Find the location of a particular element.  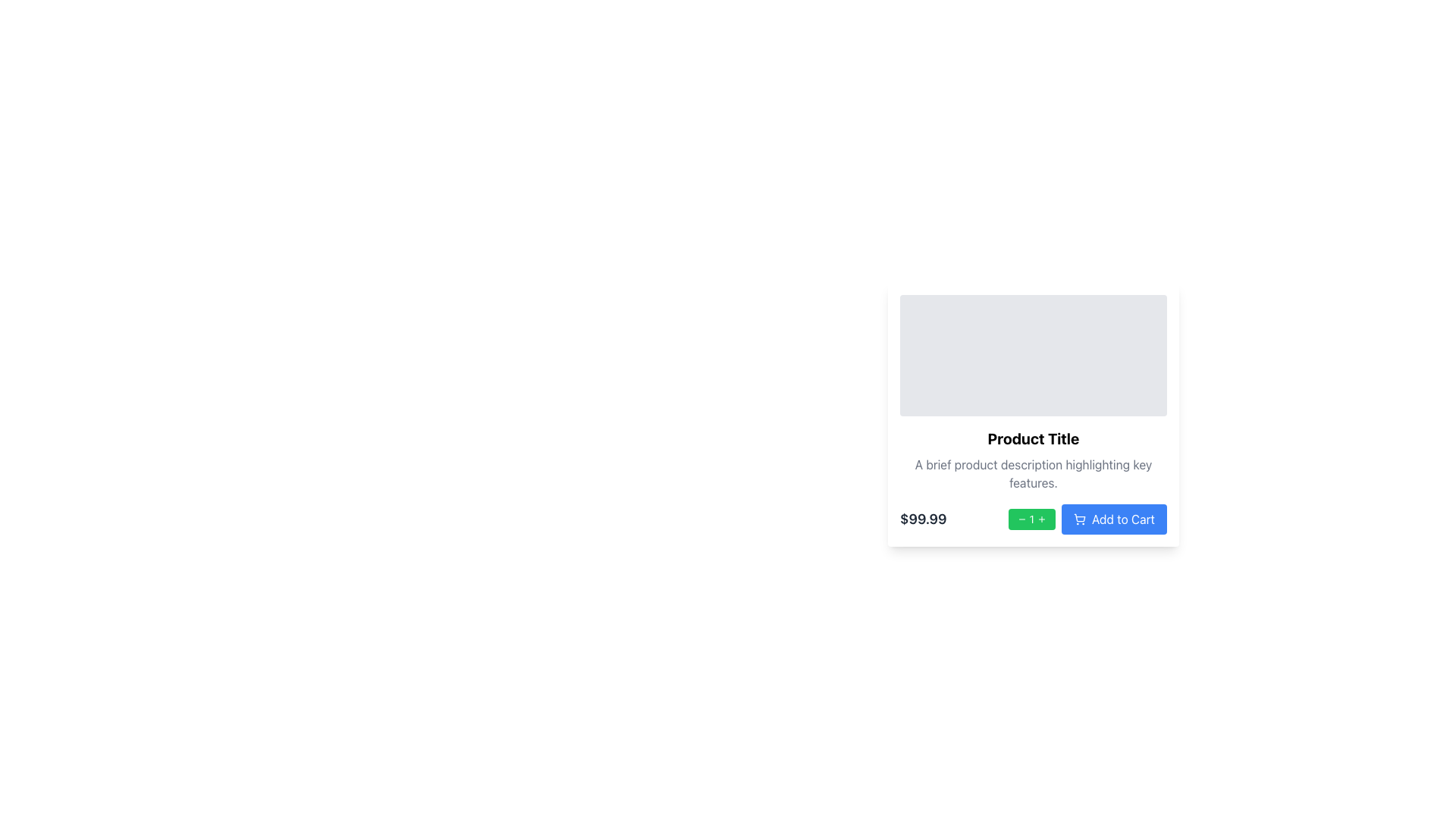

the blue 'Add to Cart' button with white text is located at coordinates (1123, 519).